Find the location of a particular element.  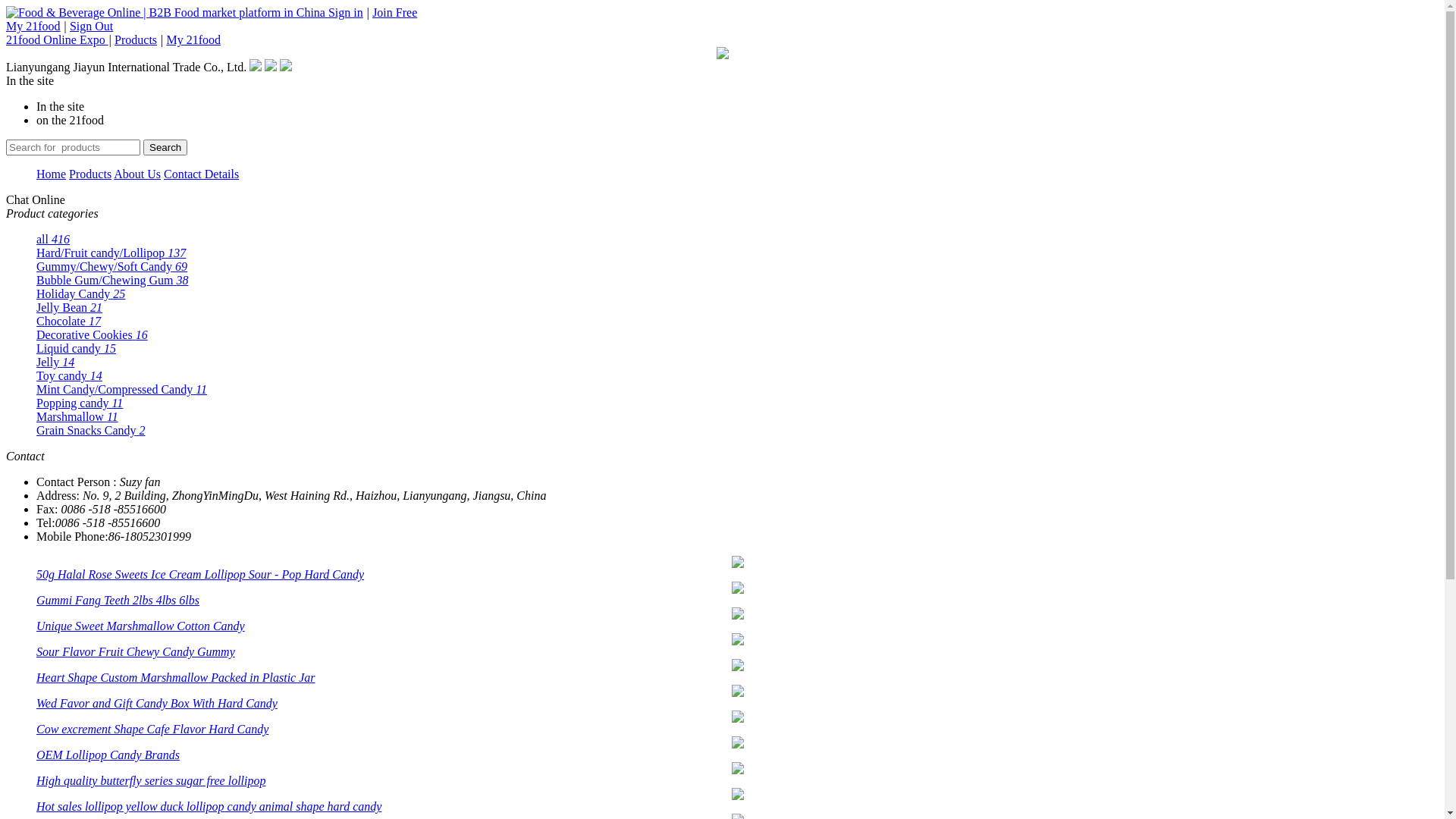

'Contact Details' is located at coordinates (200, 173).